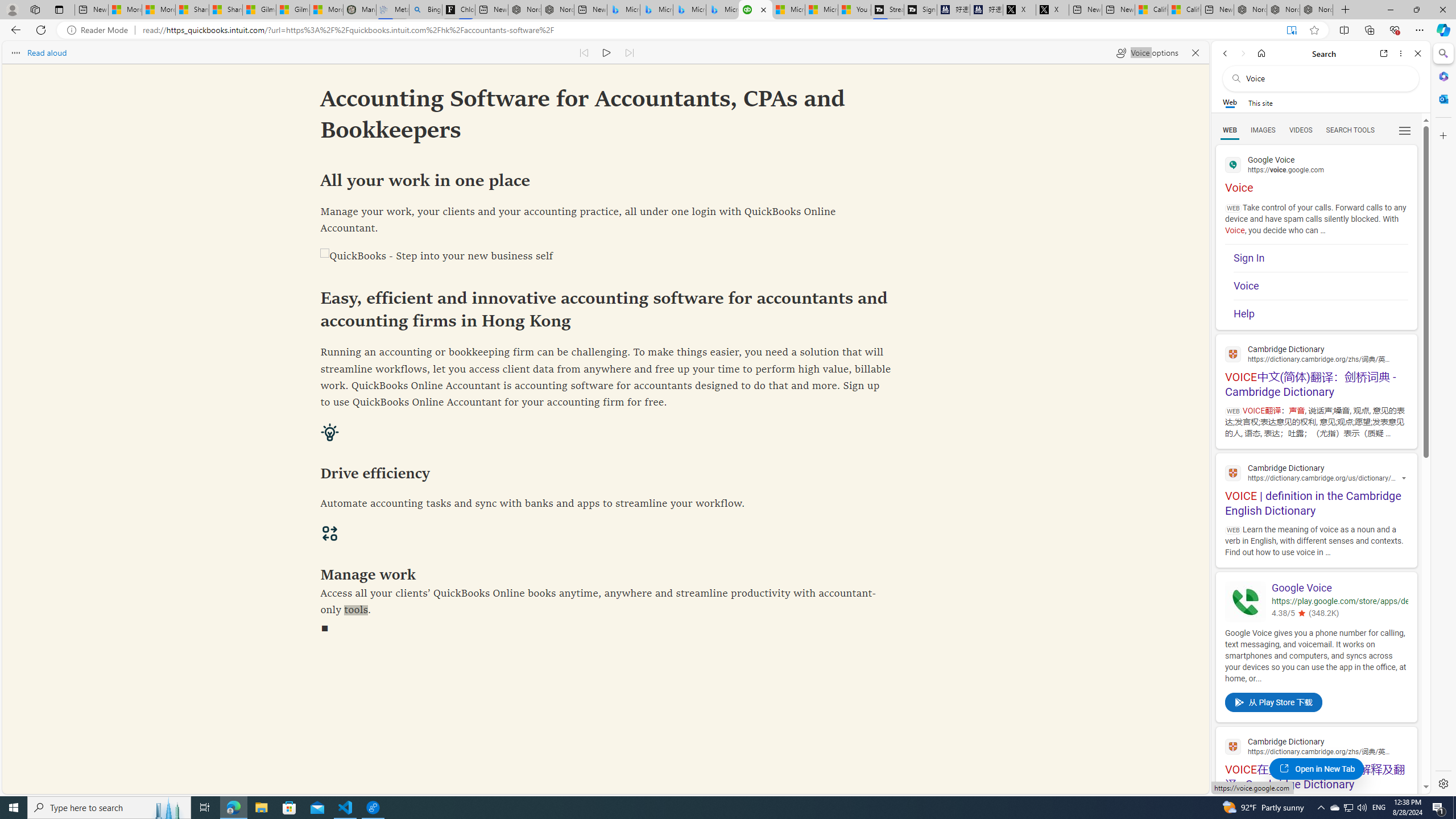 The image size is (1456, 819). What do you see at coordinates (1250, 9) in the screenshot?
I see `'Nordace - Best Sellers'` at bounding box center [1250, 9].